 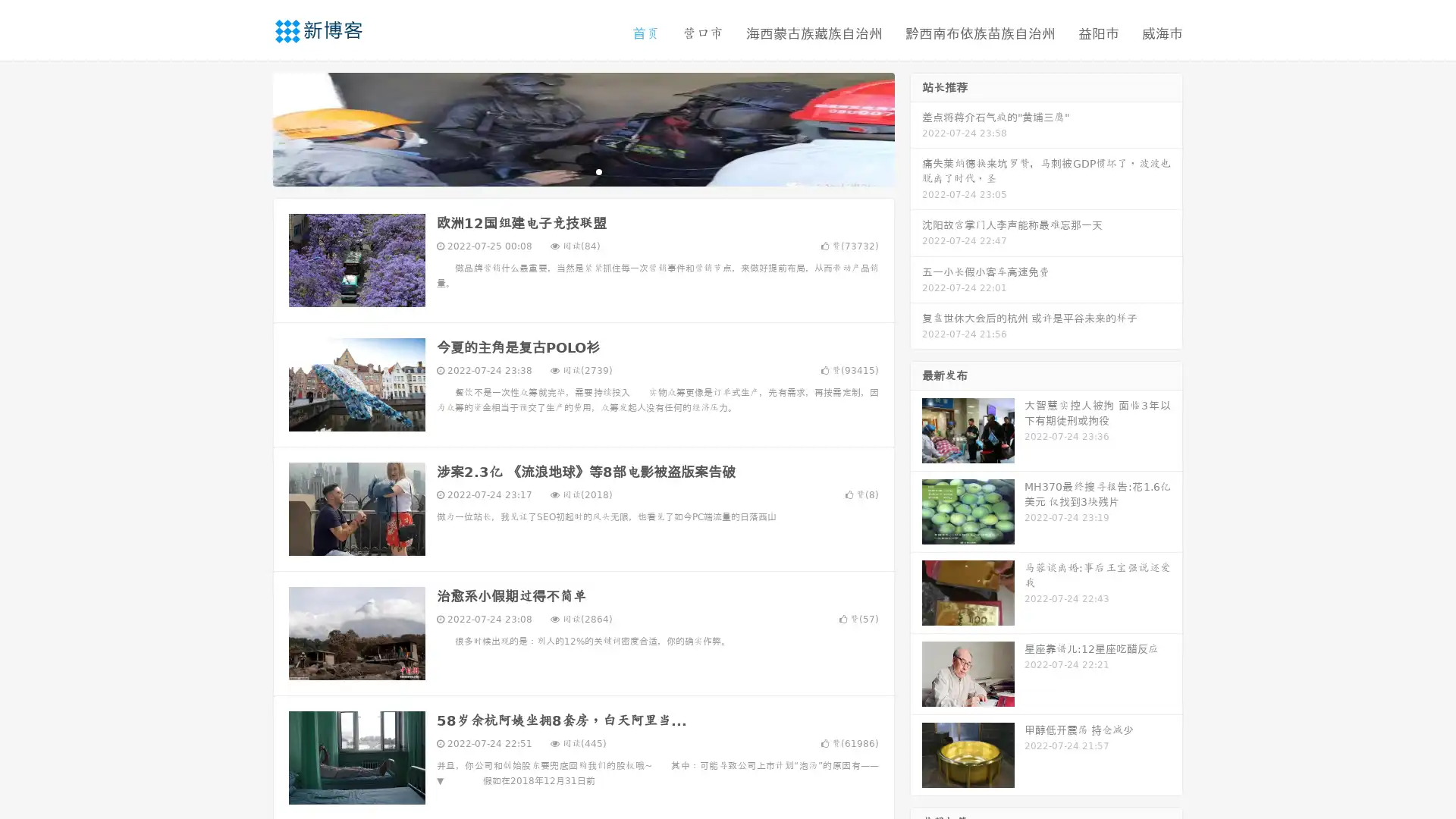 I want to click on Go to slide 3, so click(x=598, y=171).